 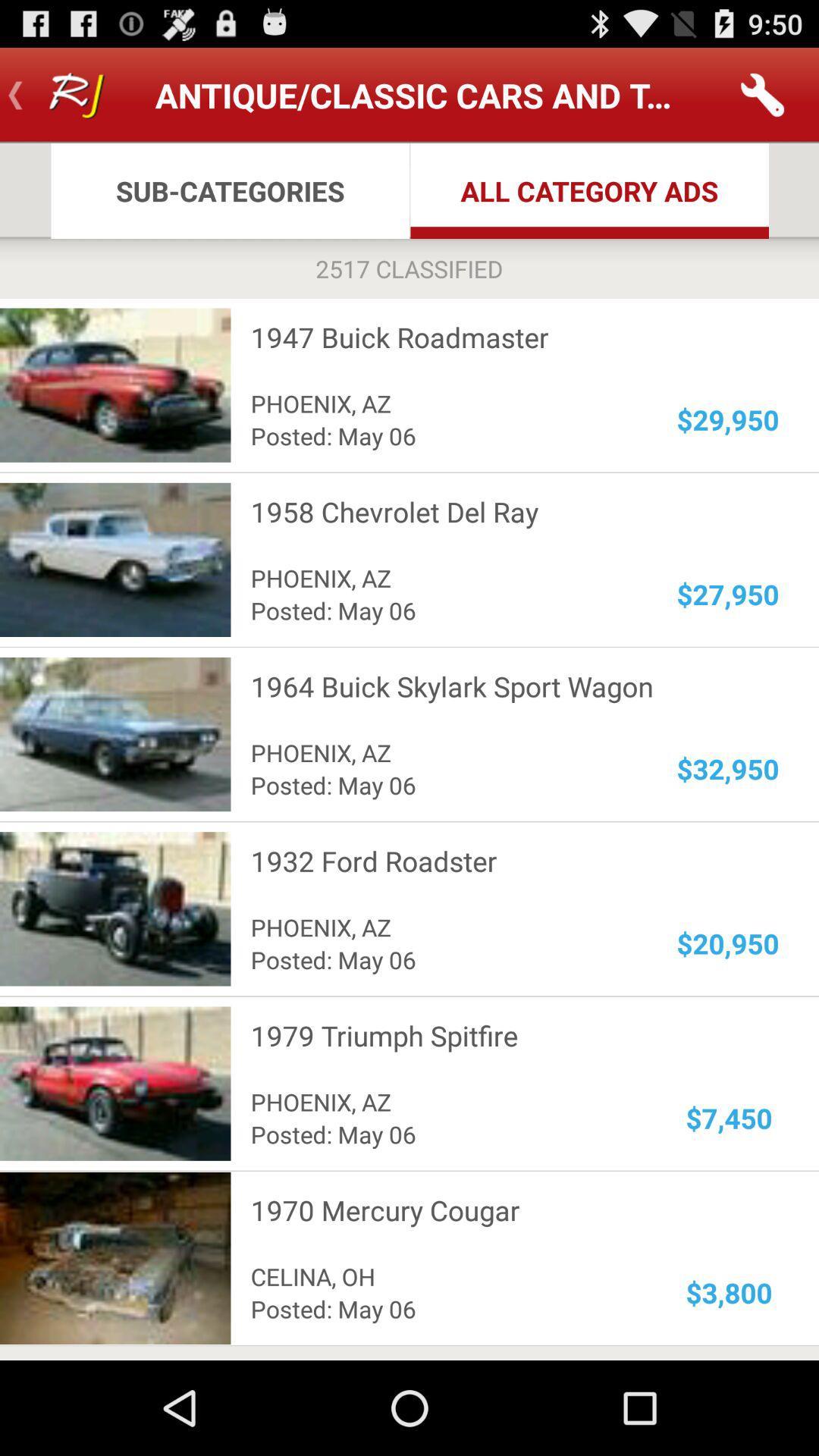 I want to click on the icon above the phoenix, az app, so click(x=505, y=861).